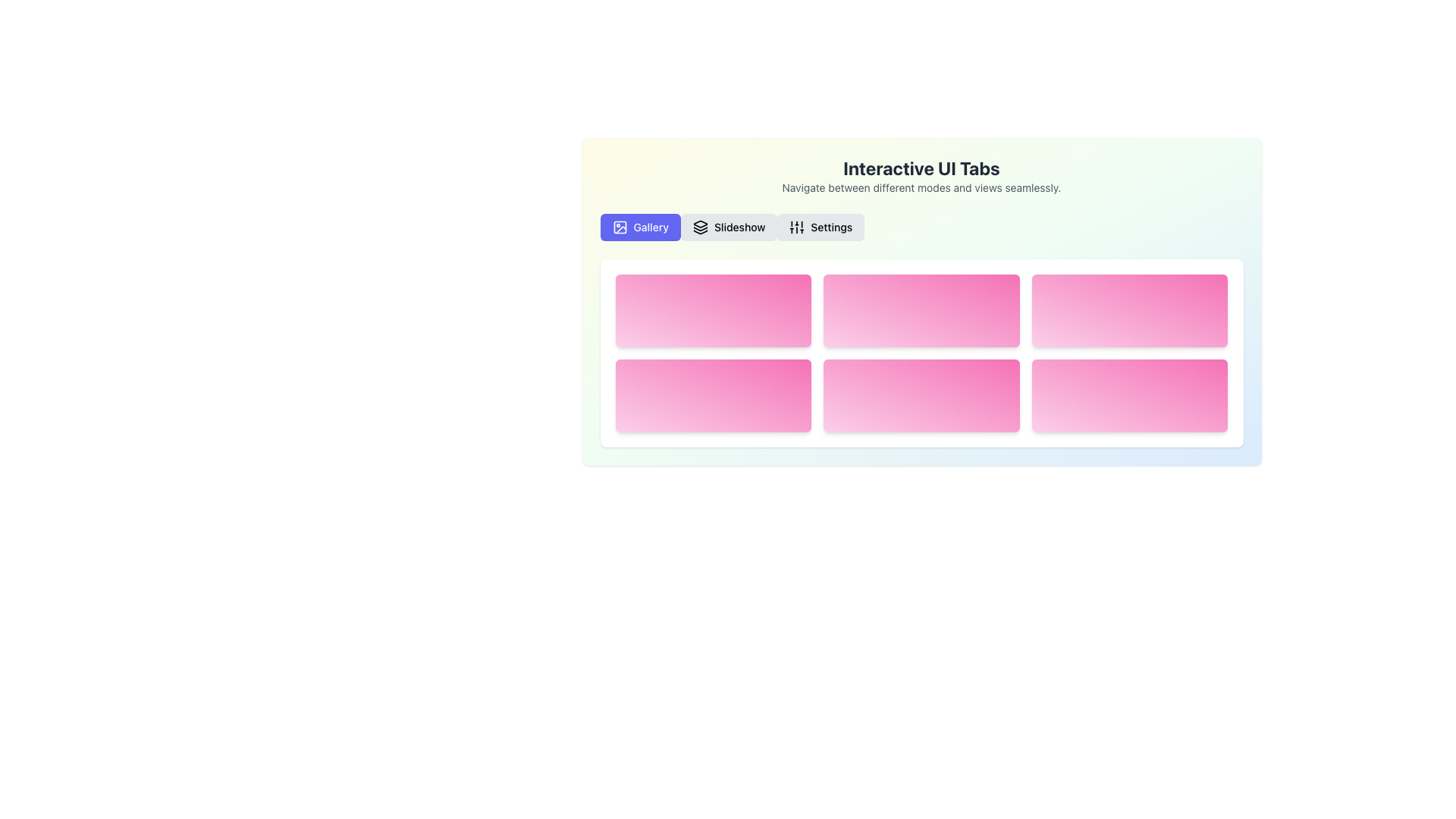 This screenshot has width=1456, height=819. Describe the element at coordinates (921, 227) in the screenshot. I see `the Navigation Menu` at that location.